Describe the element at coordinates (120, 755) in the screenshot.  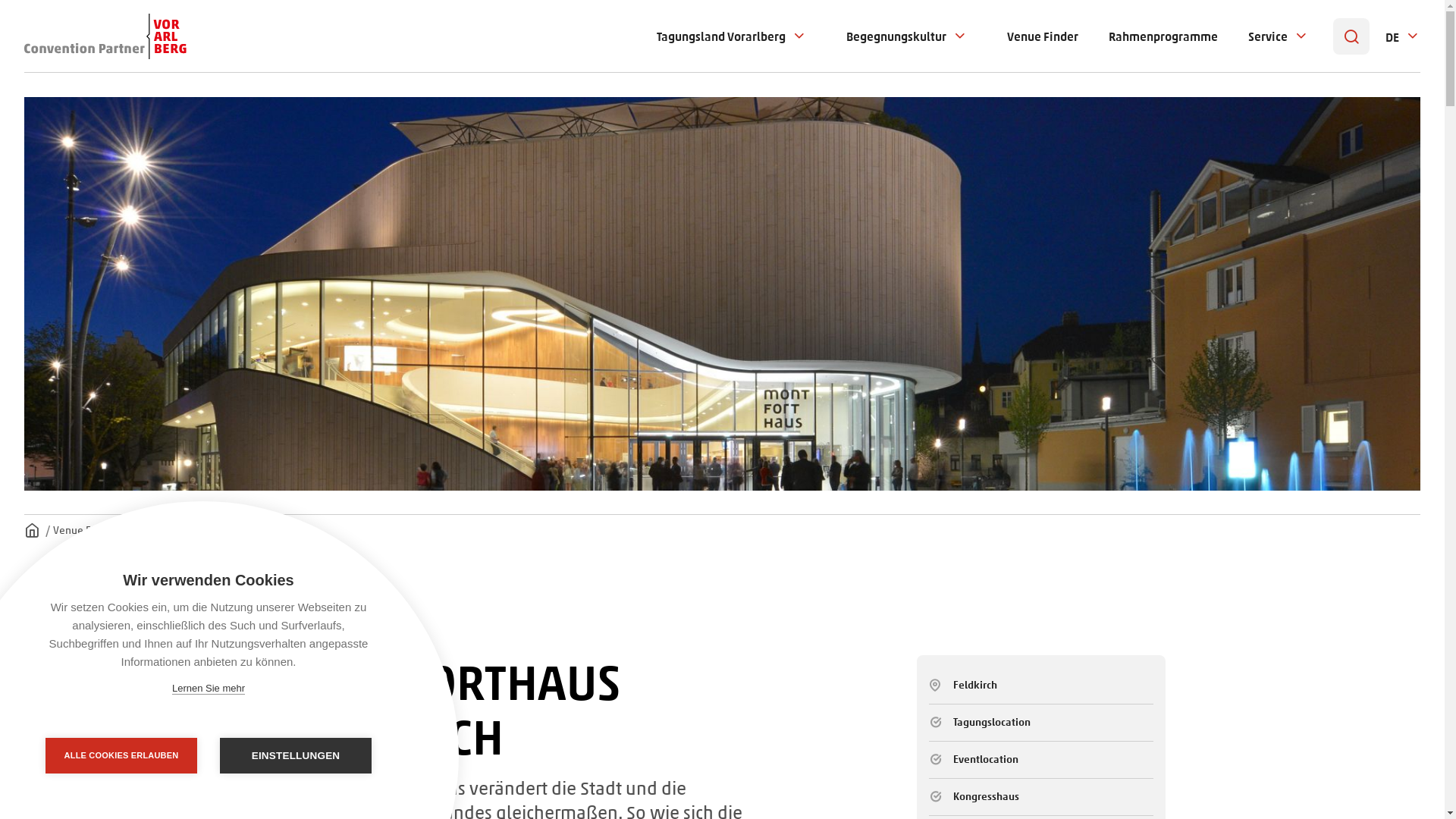
I see `'ALLE COOKIES ERLAUBEN'` at that location.